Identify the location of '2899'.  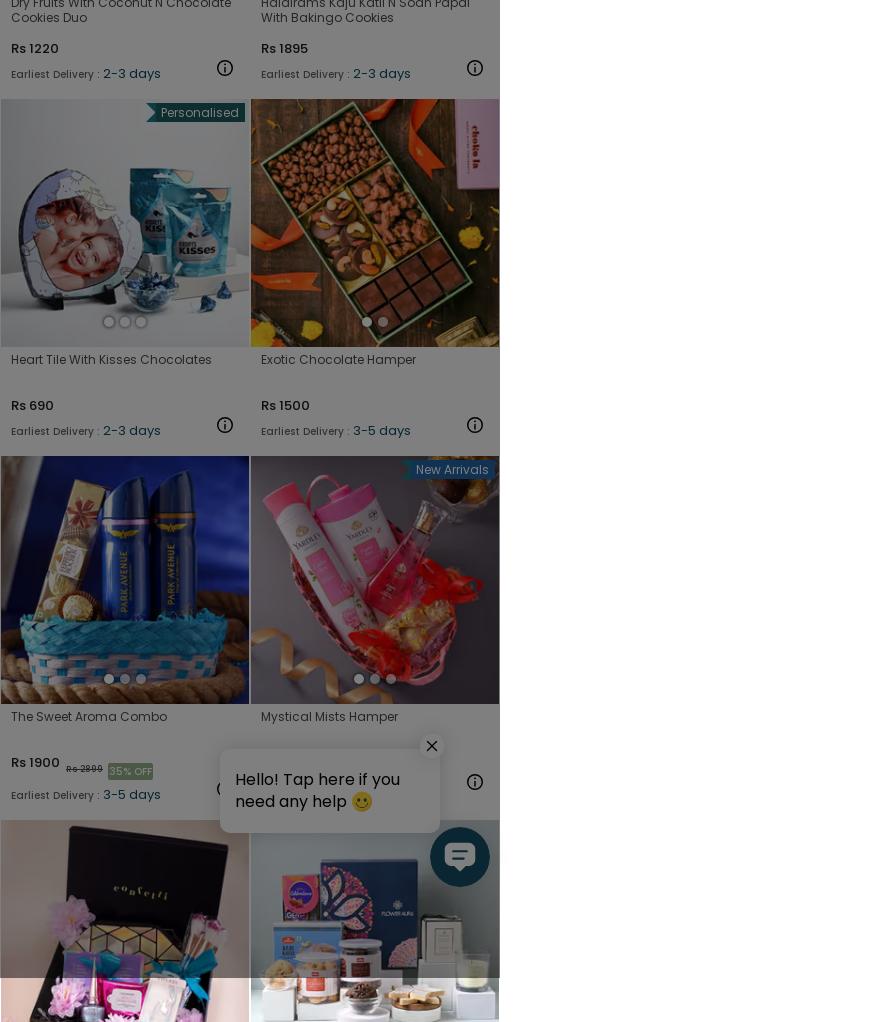
(90, 768).